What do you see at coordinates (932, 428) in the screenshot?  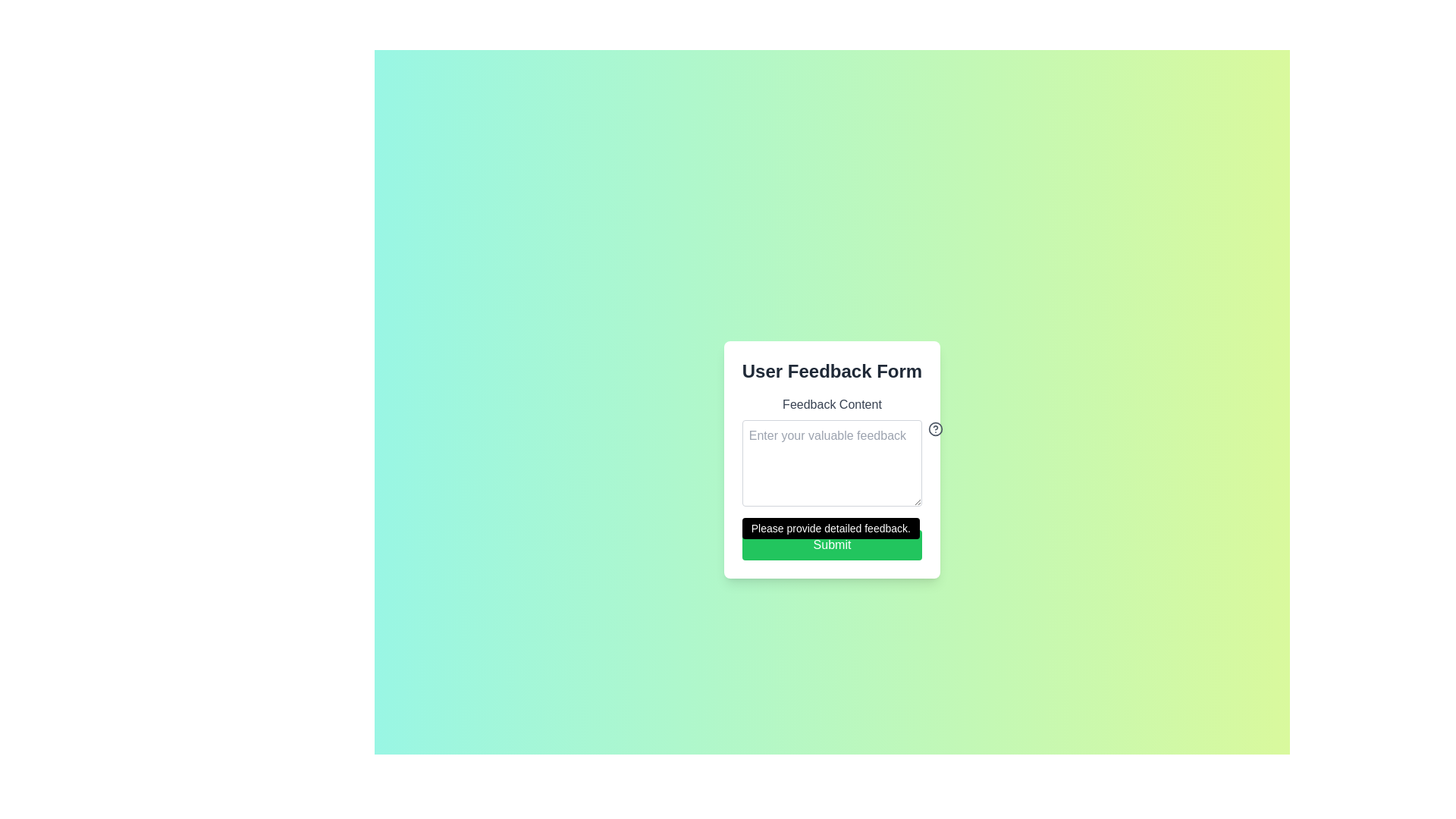 I see `the help button located to the right of the 'Feedback Content' text input box` at bounding box center [932, 428].